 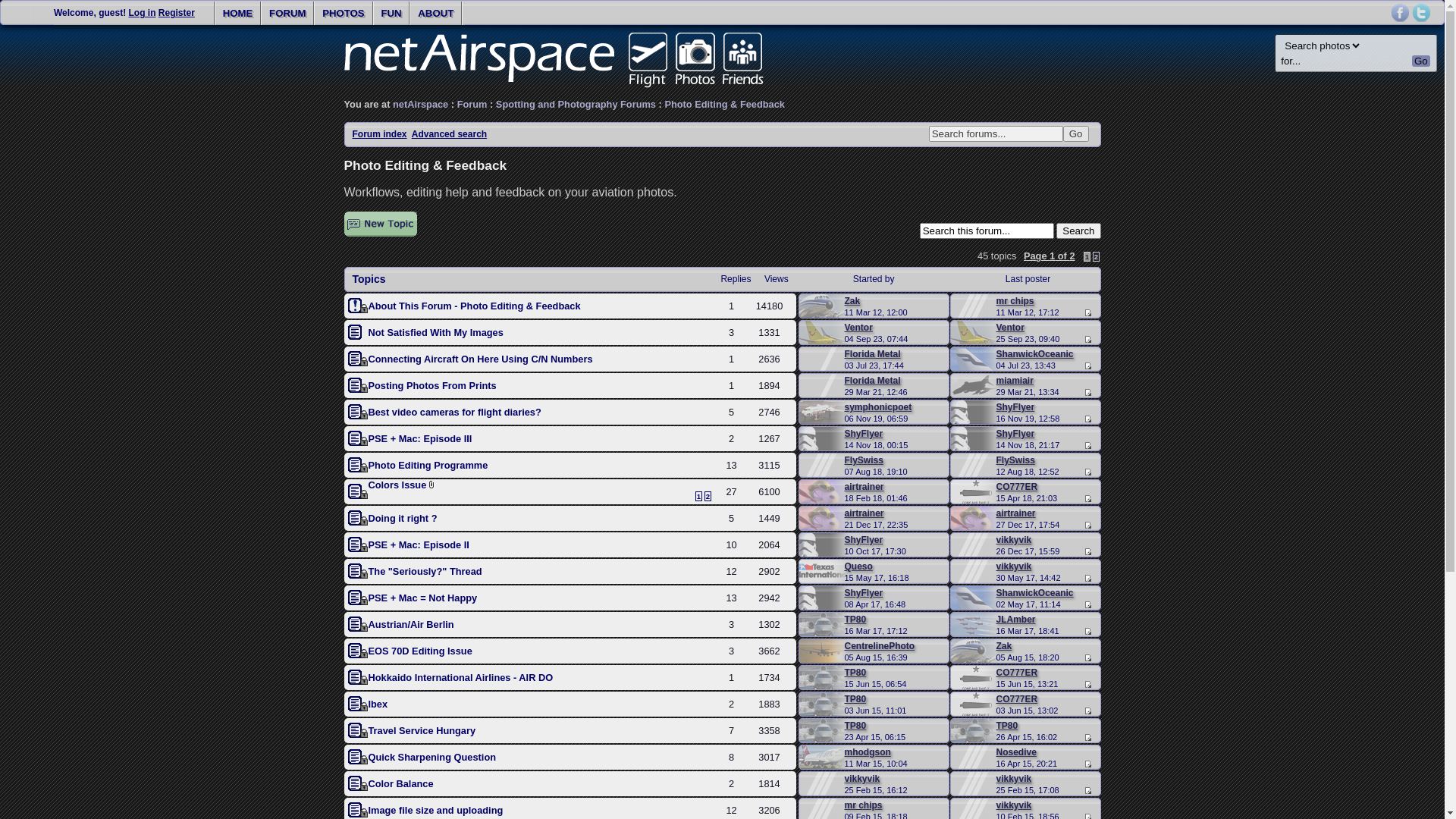 What do you see at coordinates (420, 650) in the screenshot?
I see `'EOS 70D Editing Issue'` at bounding box center [420, 650].